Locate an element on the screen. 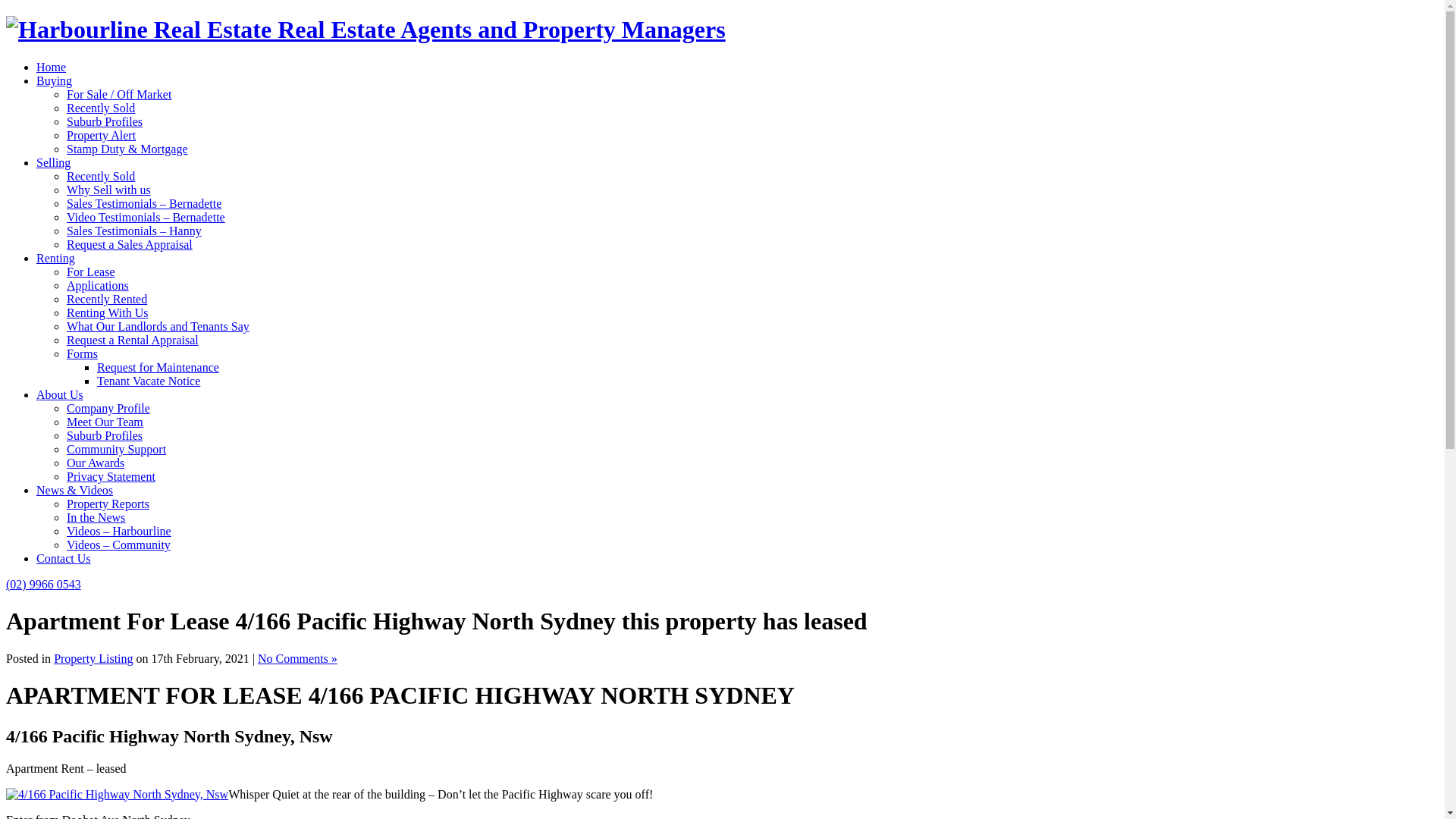  'Renting' is located at coordinates (55, 257).